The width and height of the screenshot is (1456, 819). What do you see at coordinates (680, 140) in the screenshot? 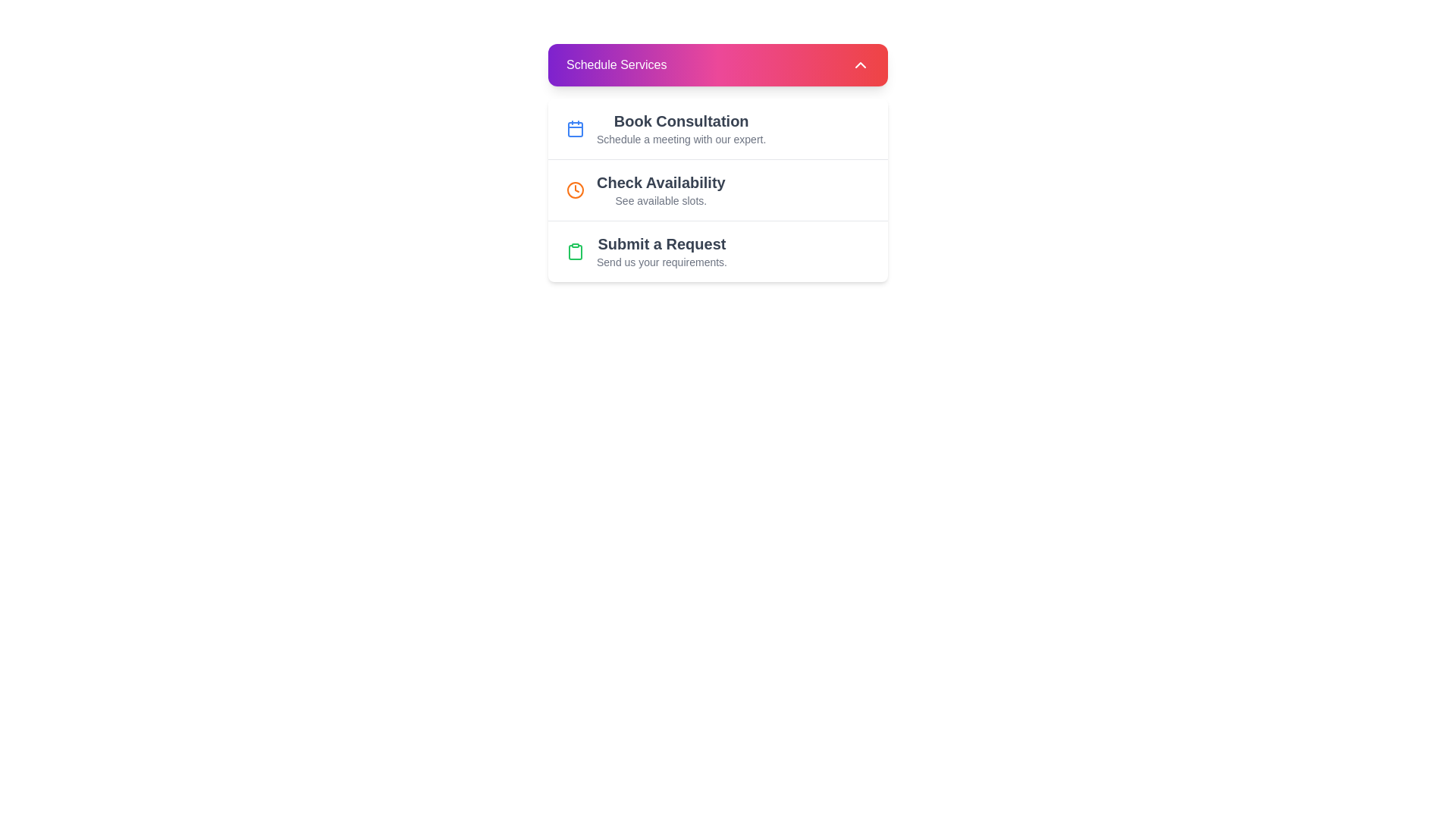
I see `text element that says 'Schedule a meeting with our expert.', which is located directly beneath the 'Book Consultation' heading` at bounding box center [680, 140].